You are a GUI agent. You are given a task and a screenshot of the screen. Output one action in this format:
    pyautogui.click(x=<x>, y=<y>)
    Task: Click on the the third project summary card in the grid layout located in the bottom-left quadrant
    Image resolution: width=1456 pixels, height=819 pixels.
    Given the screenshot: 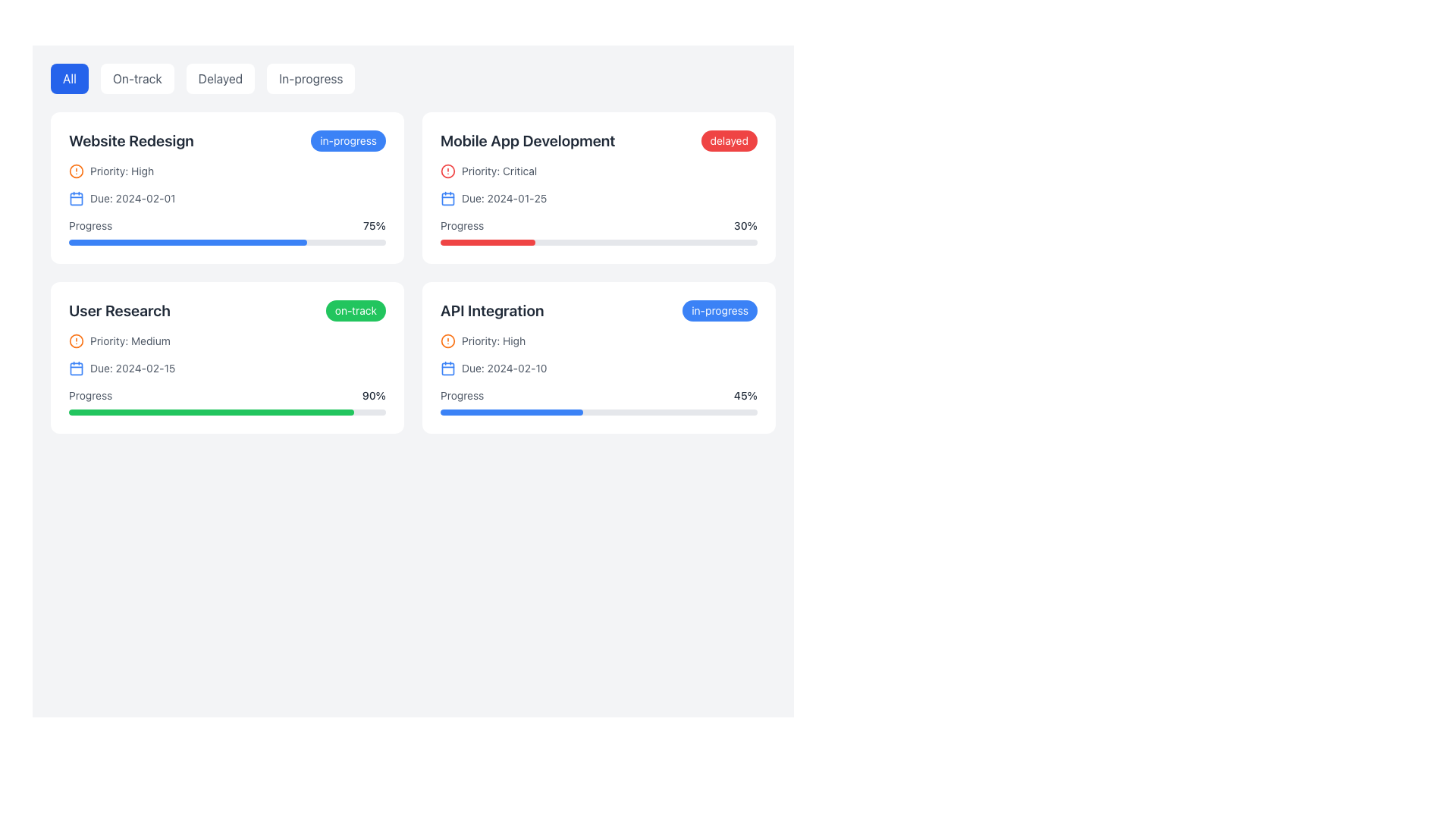 What is the action you would take?
    pyautogui.click(x=226, y=357)
    